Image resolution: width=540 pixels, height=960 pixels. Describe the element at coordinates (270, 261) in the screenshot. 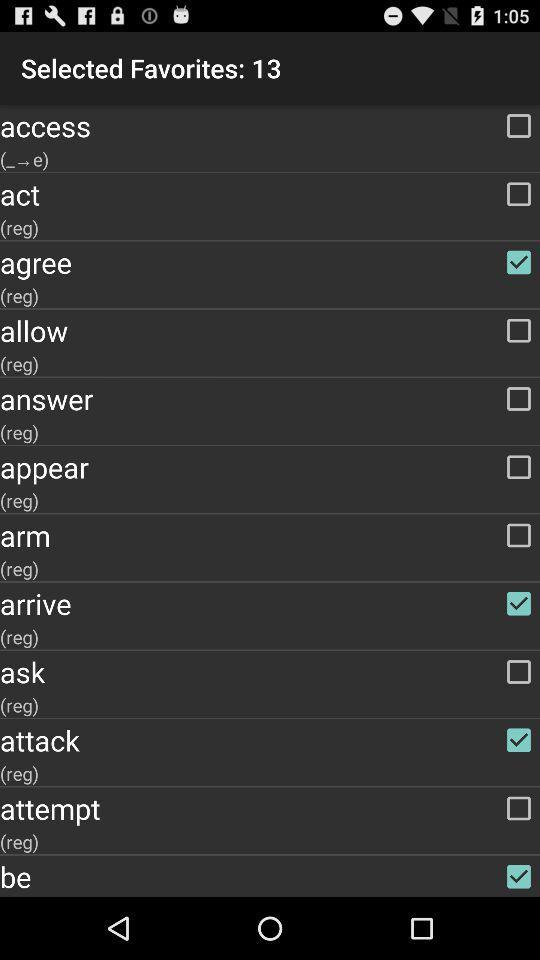

I see `agree` at that location.